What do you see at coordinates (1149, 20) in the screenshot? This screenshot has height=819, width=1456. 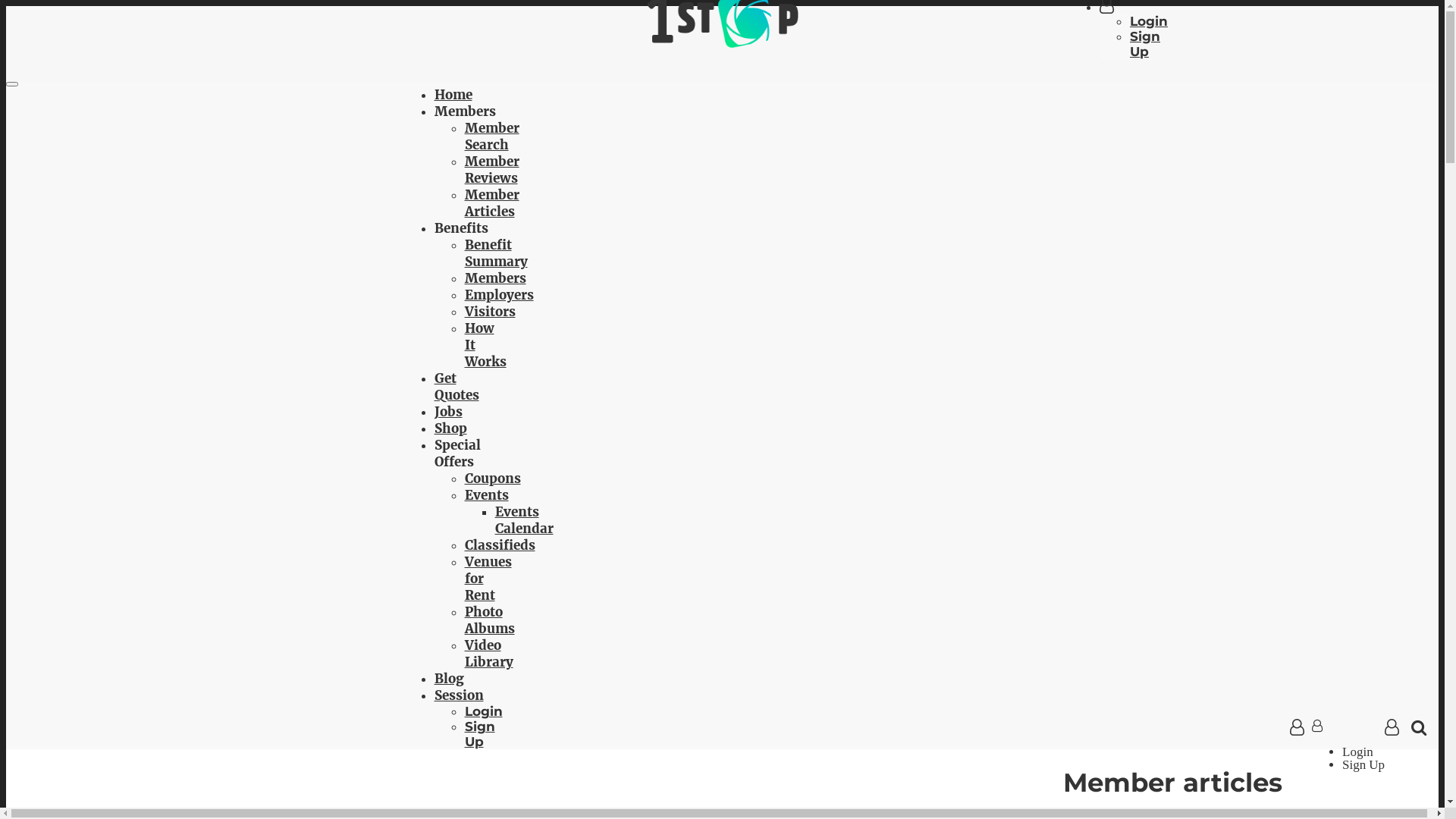 I see `'Login'` at bounding box center [1149, 20].